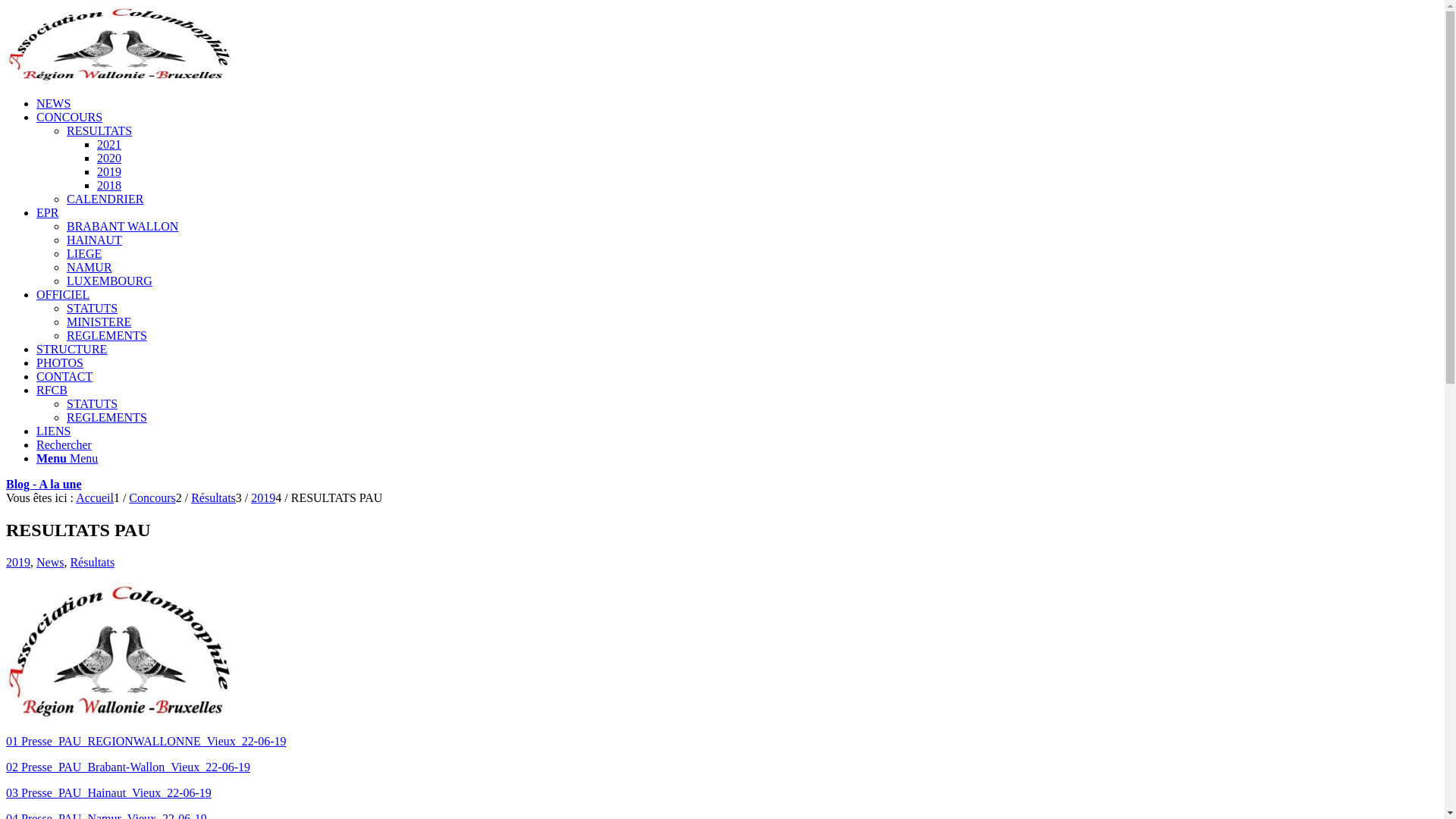  Describe the element at coordinates (108, 281) in the screenshot. I see `'LUXEMBOURG'` at that location.